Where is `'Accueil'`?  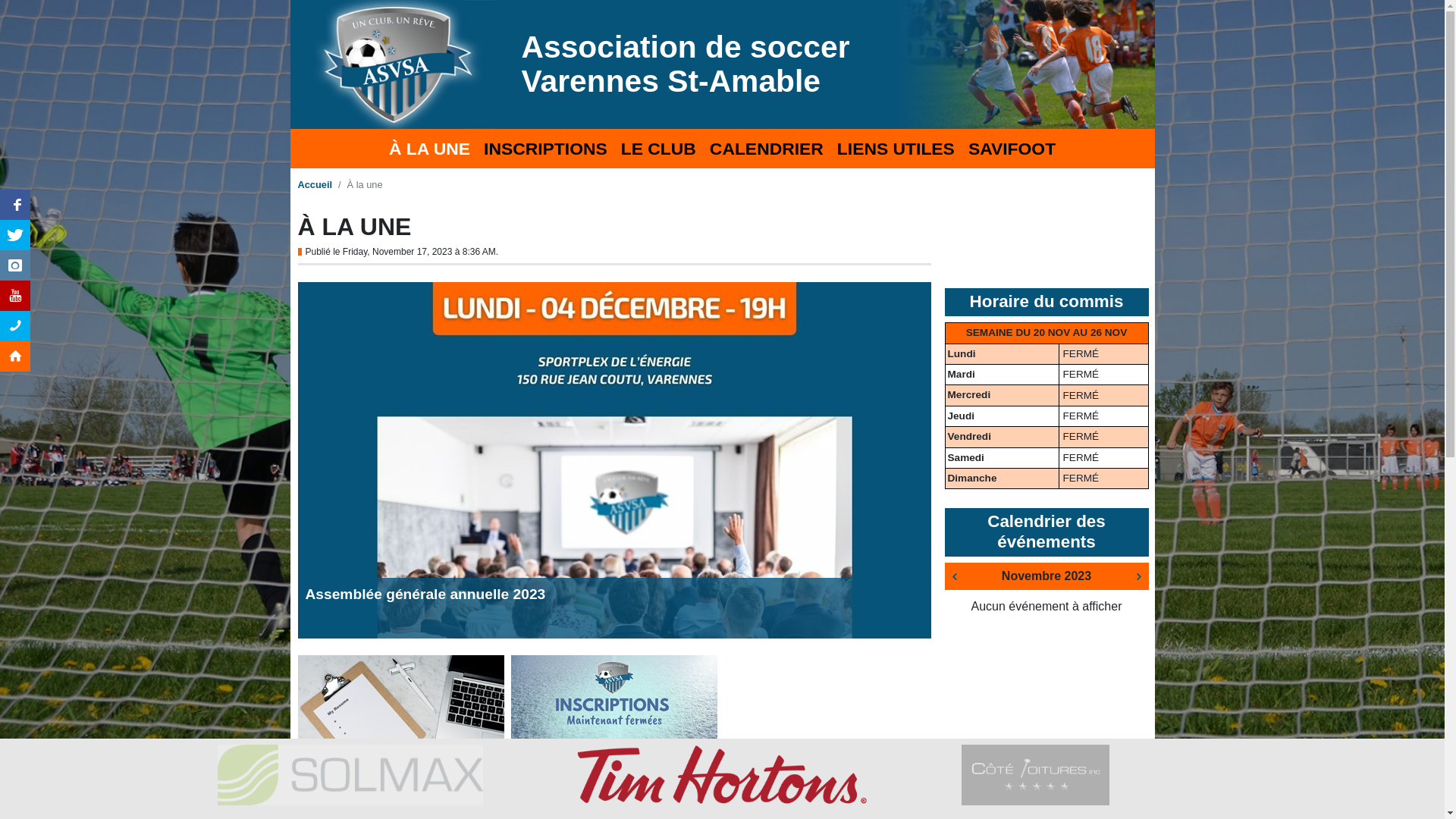
'Accueil' is located at coordinates (313, 184).